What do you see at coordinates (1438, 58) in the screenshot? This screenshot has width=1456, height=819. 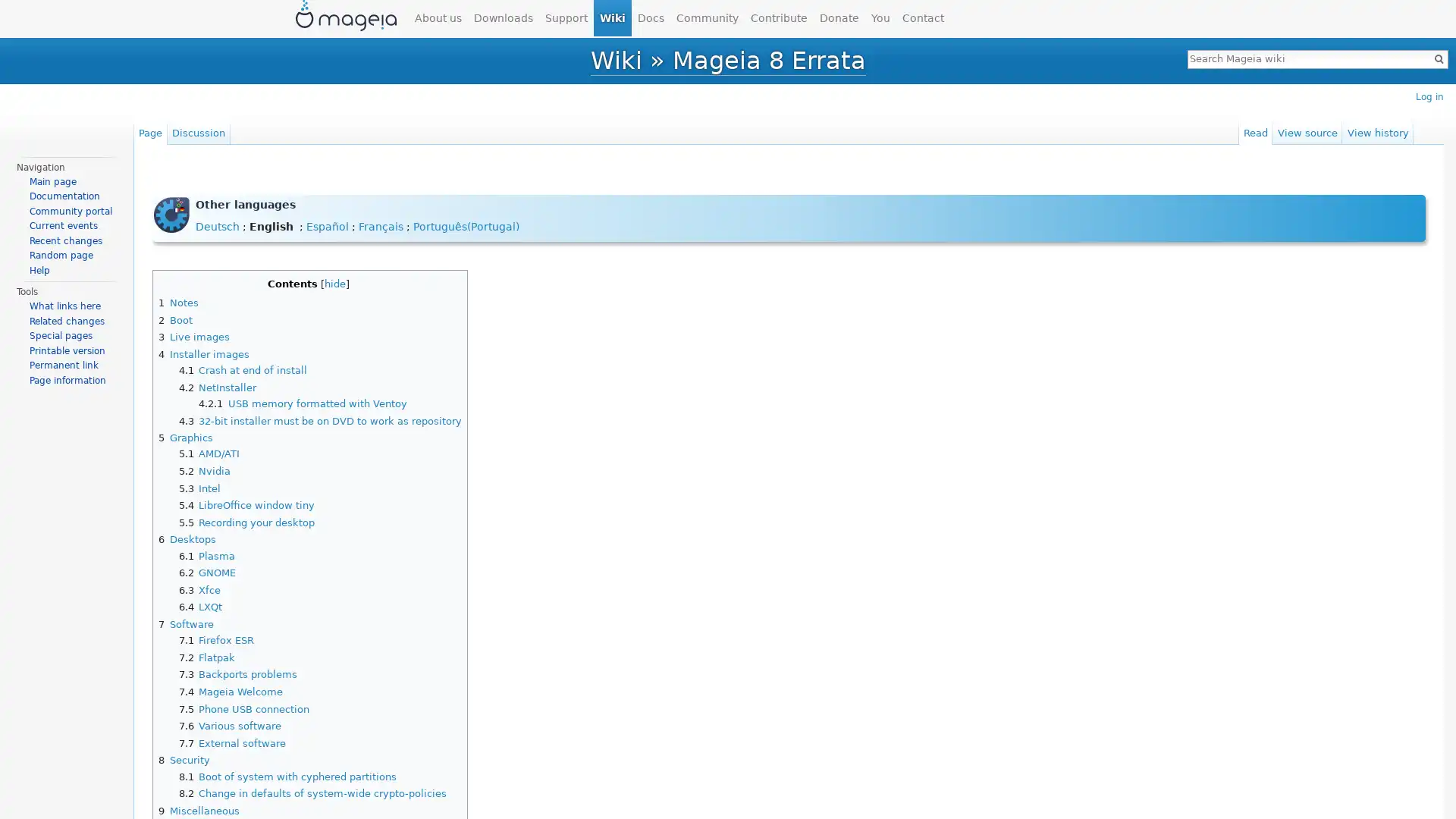 I see `Go` at bounding box center [1438, 58].